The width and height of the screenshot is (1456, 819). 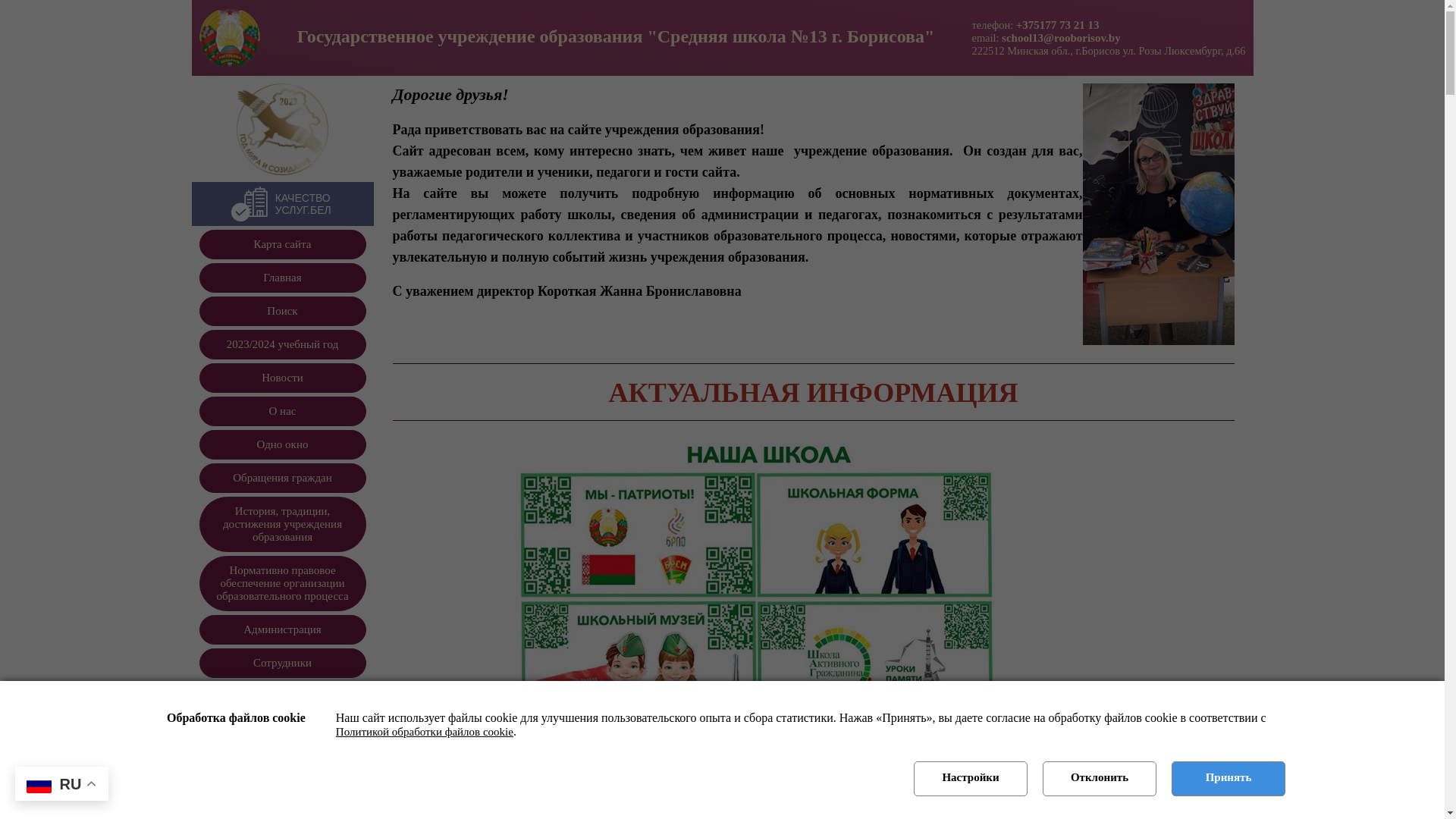 I want to click on '+375177 73 21 13', so click(x=1057, y=24).